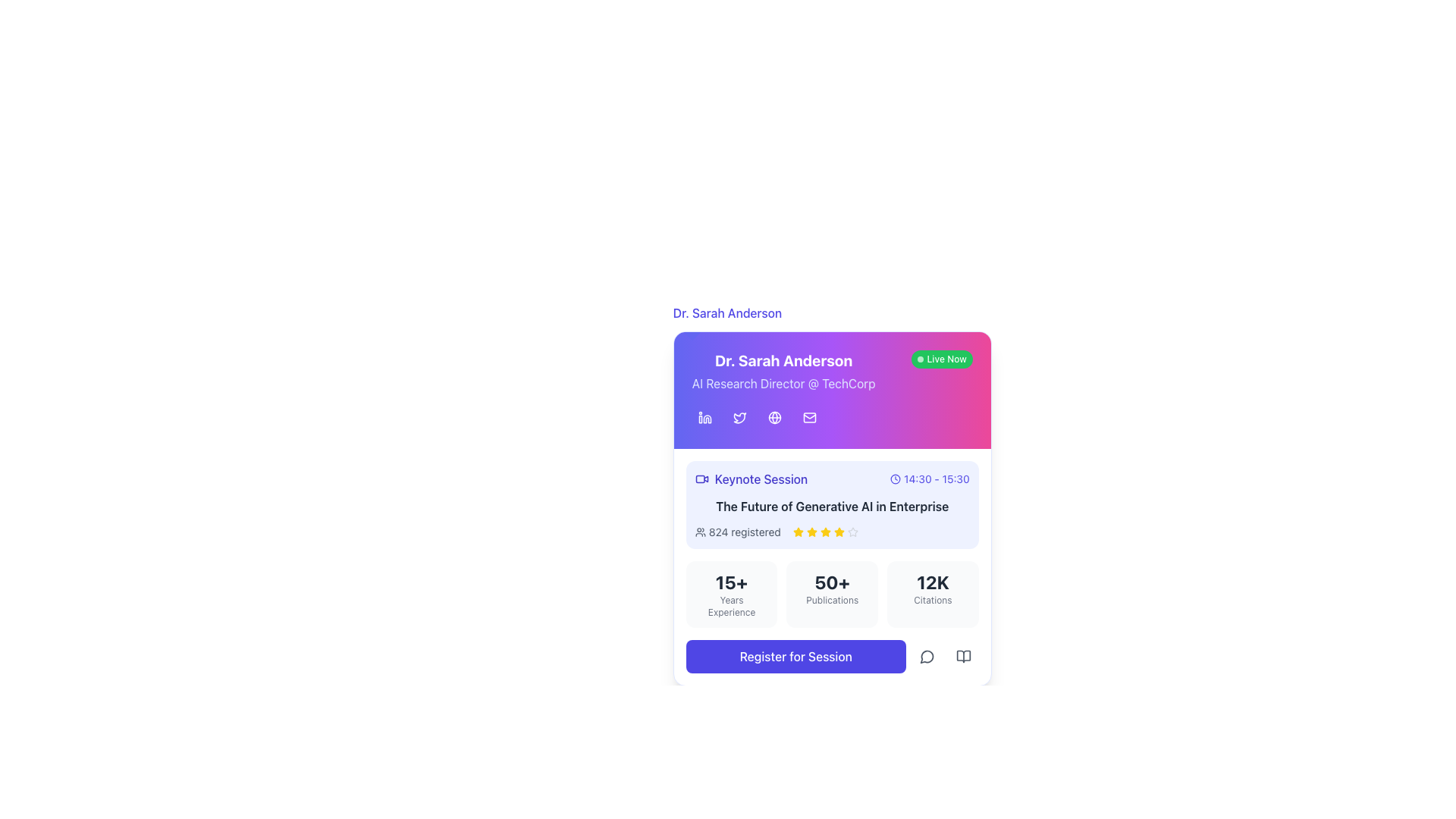  I want to click on the circular SVG element that resembles a globe in Dr. Sarah Anderson's information card, so click(774, 418).